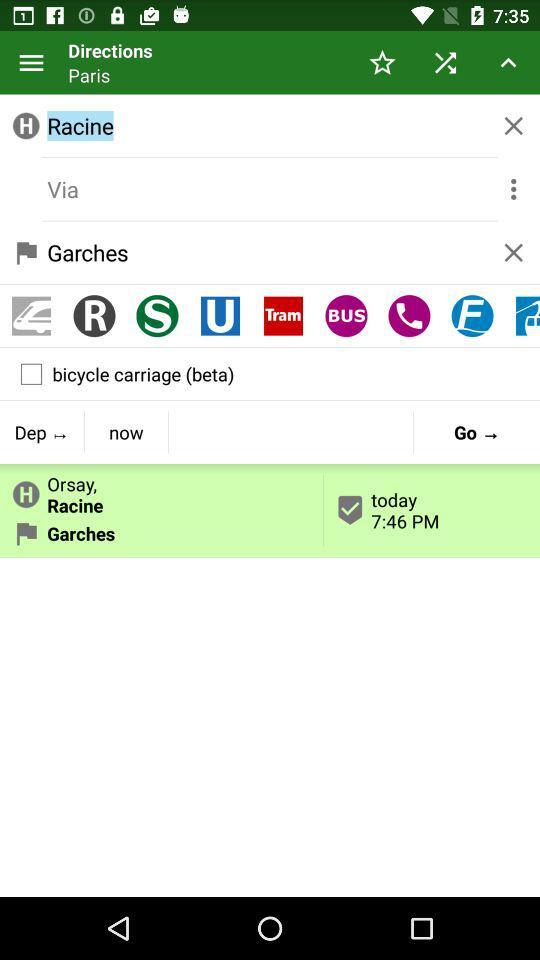  Describe the element at coordinates (472, 316) in the screenshot. I see `the checkbox above the bicycle carriage (beta) checkbox` at that location.